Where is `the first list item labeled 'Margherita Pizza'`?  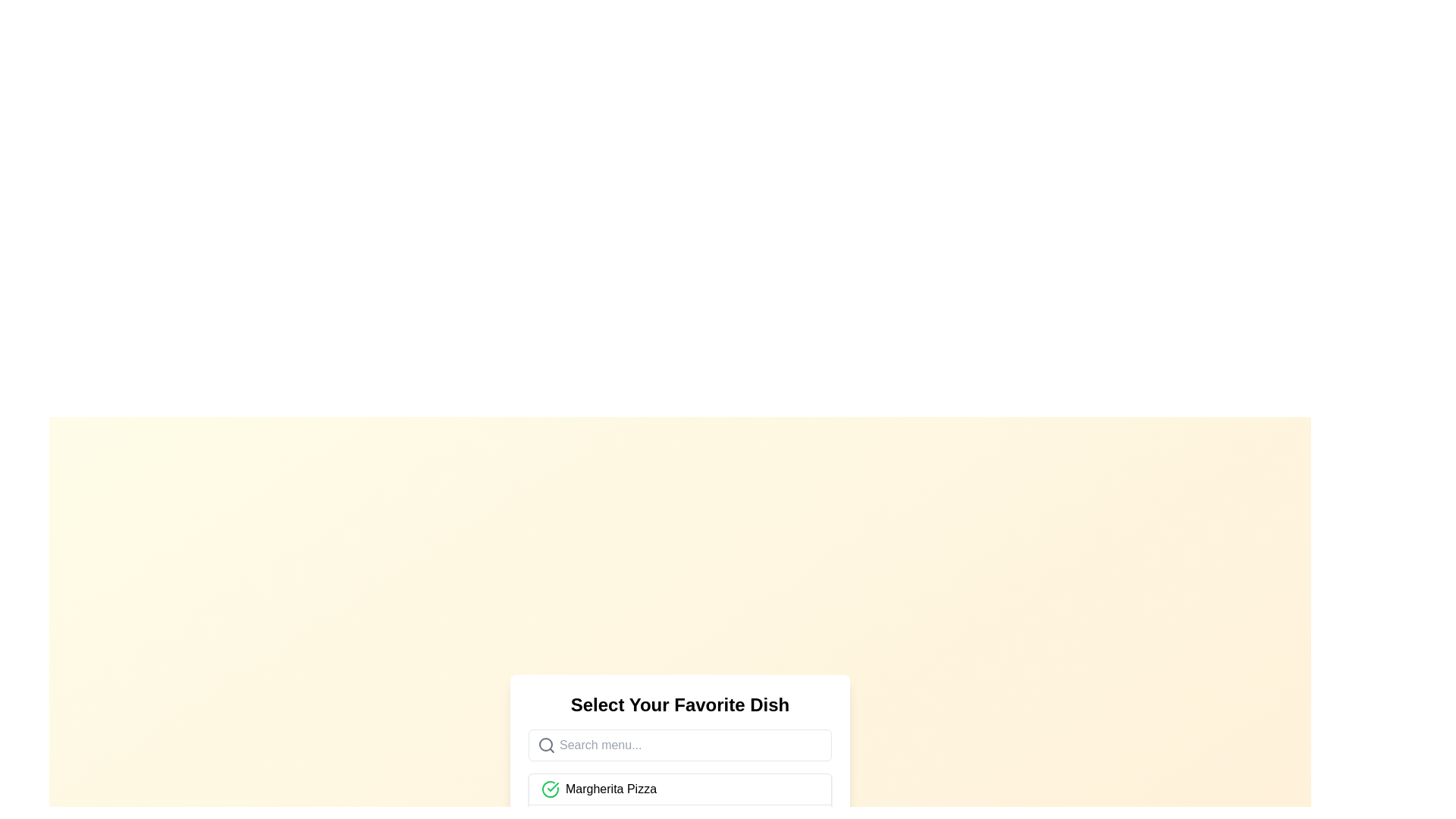 the first list item labeled 'Margherita Pizza' is located at coordinates (679, 788).